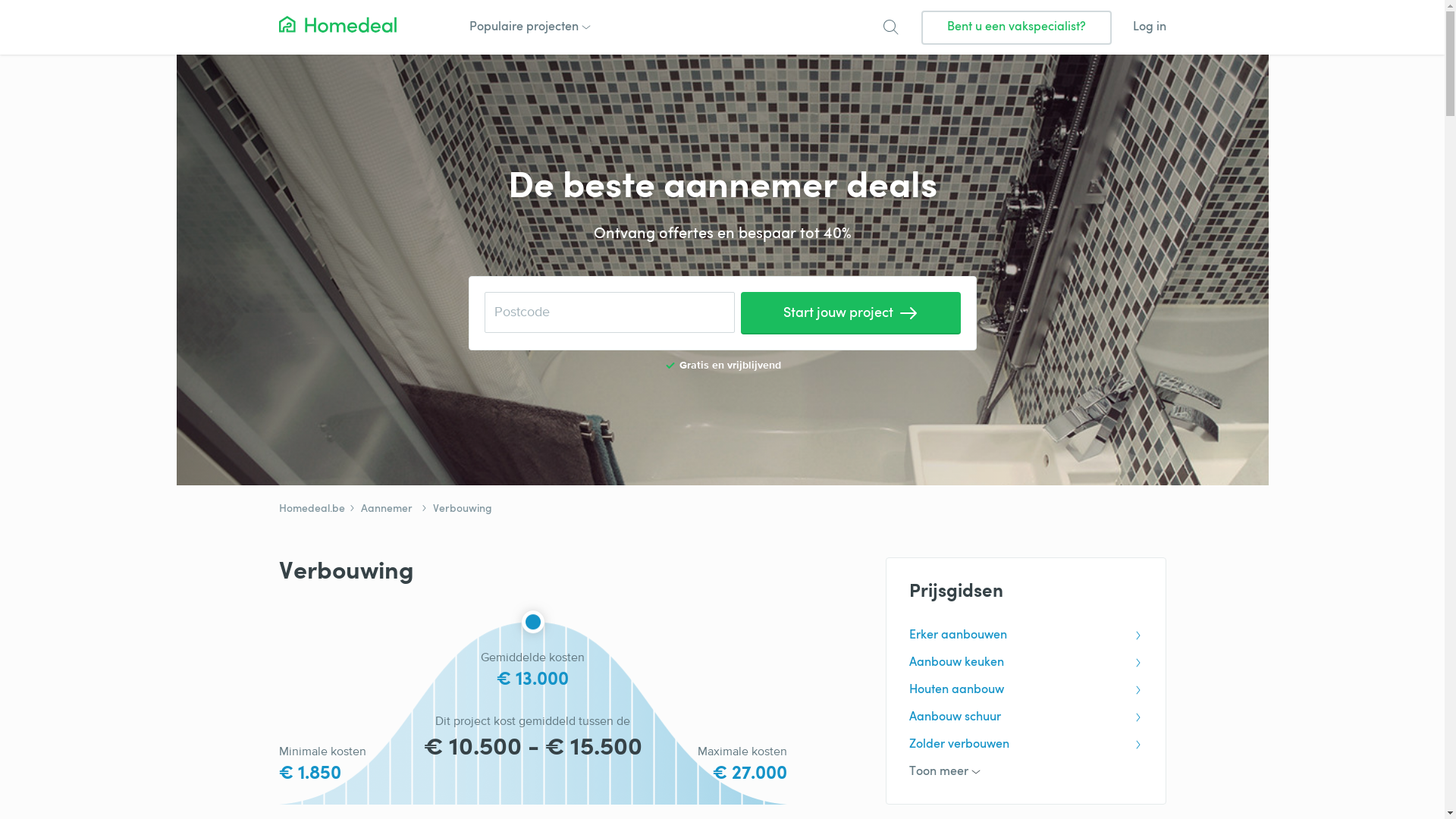 This screenshot has width=1456, height=819. Describe the element at coordinates (1150, 27) in the screenshot. I see `'Log in'` at that location.